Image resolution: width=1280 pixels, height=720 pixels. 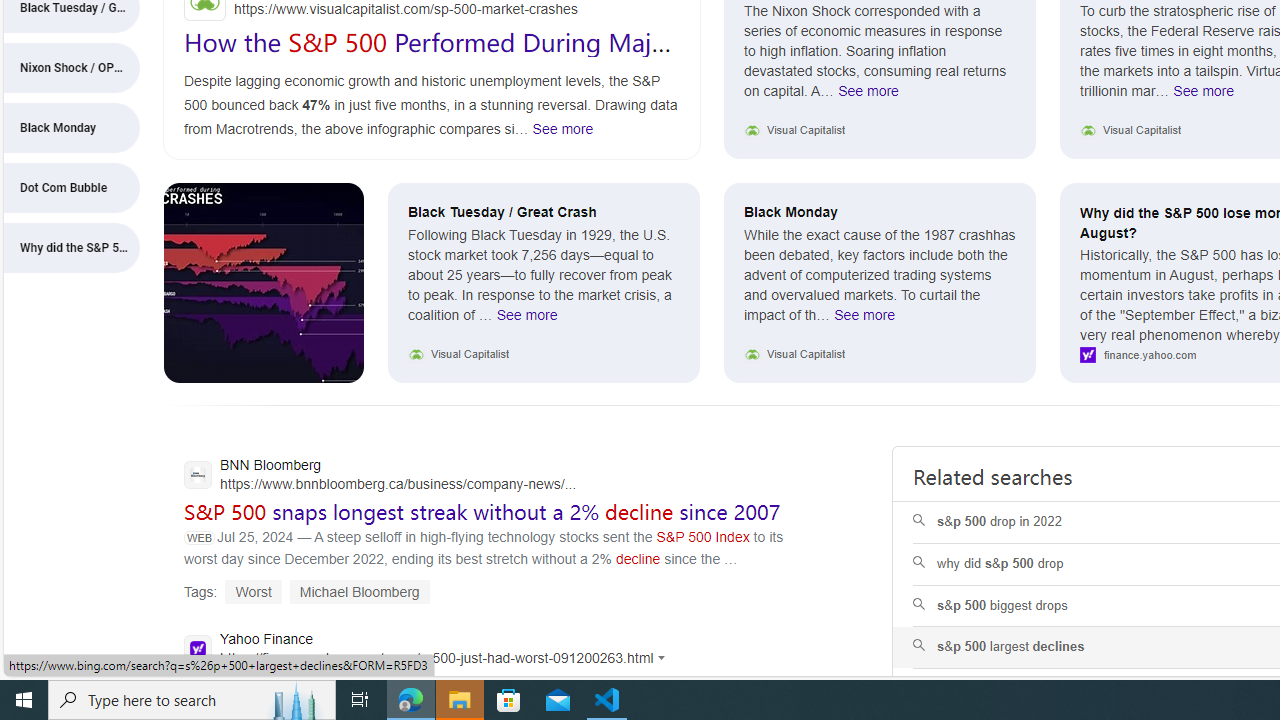 What do you see at coordinates (664, 658) in the screenshot?
I see `'Actions for this site'` at bounding box center [664, 658].